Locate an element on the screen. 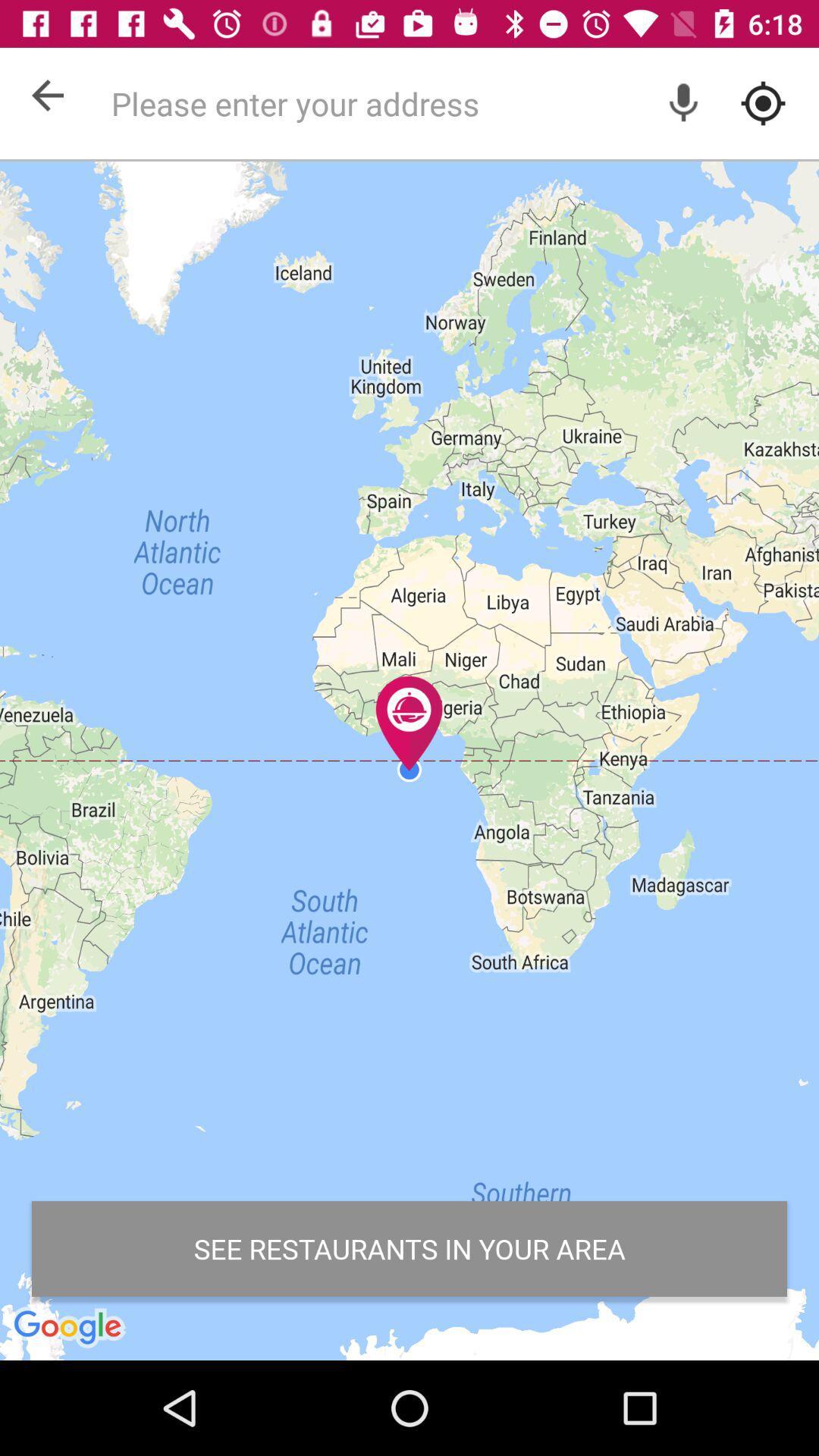 This screenshot has height=1456, width=819. address is located at coordinates (456, 102).